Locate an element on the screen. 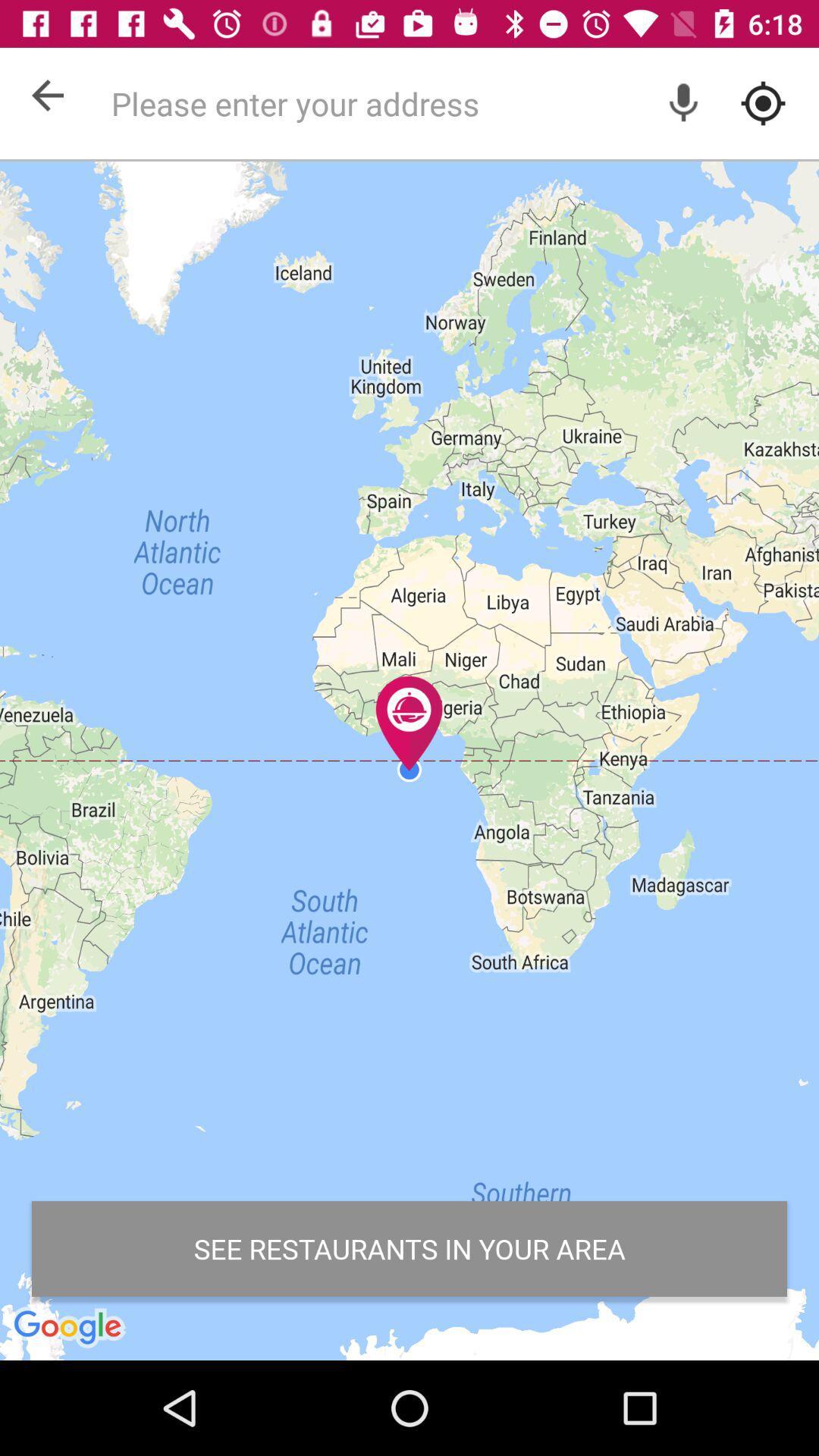 This screenshot has height=1456, width=819. address is located at coordinates (456, 102).